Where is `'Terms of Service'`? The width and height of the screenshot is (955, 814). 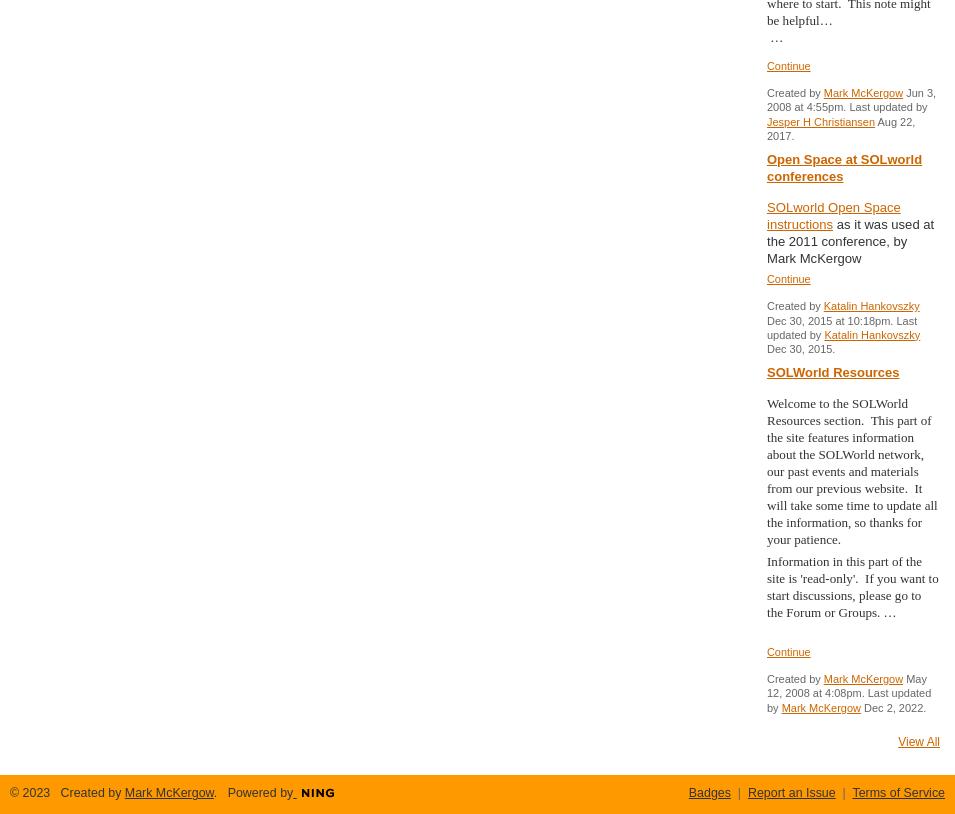
'Terms of Service' is located at coordinates (898, 792).